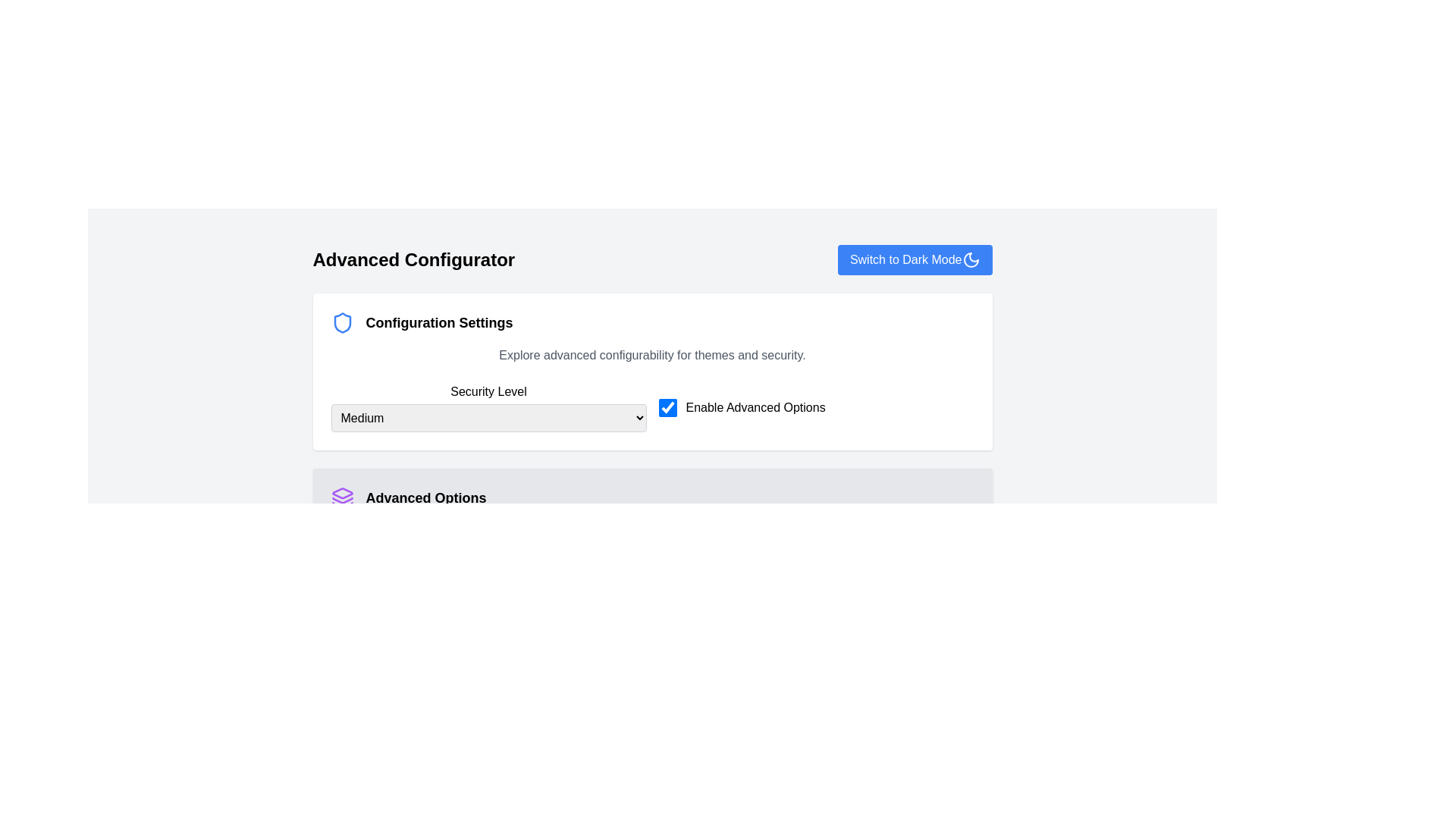  Describe the element at coordinates (815, 406) in the screenshot. I see `the checkbox labeled 'Enable Advanced Options'` at that location.